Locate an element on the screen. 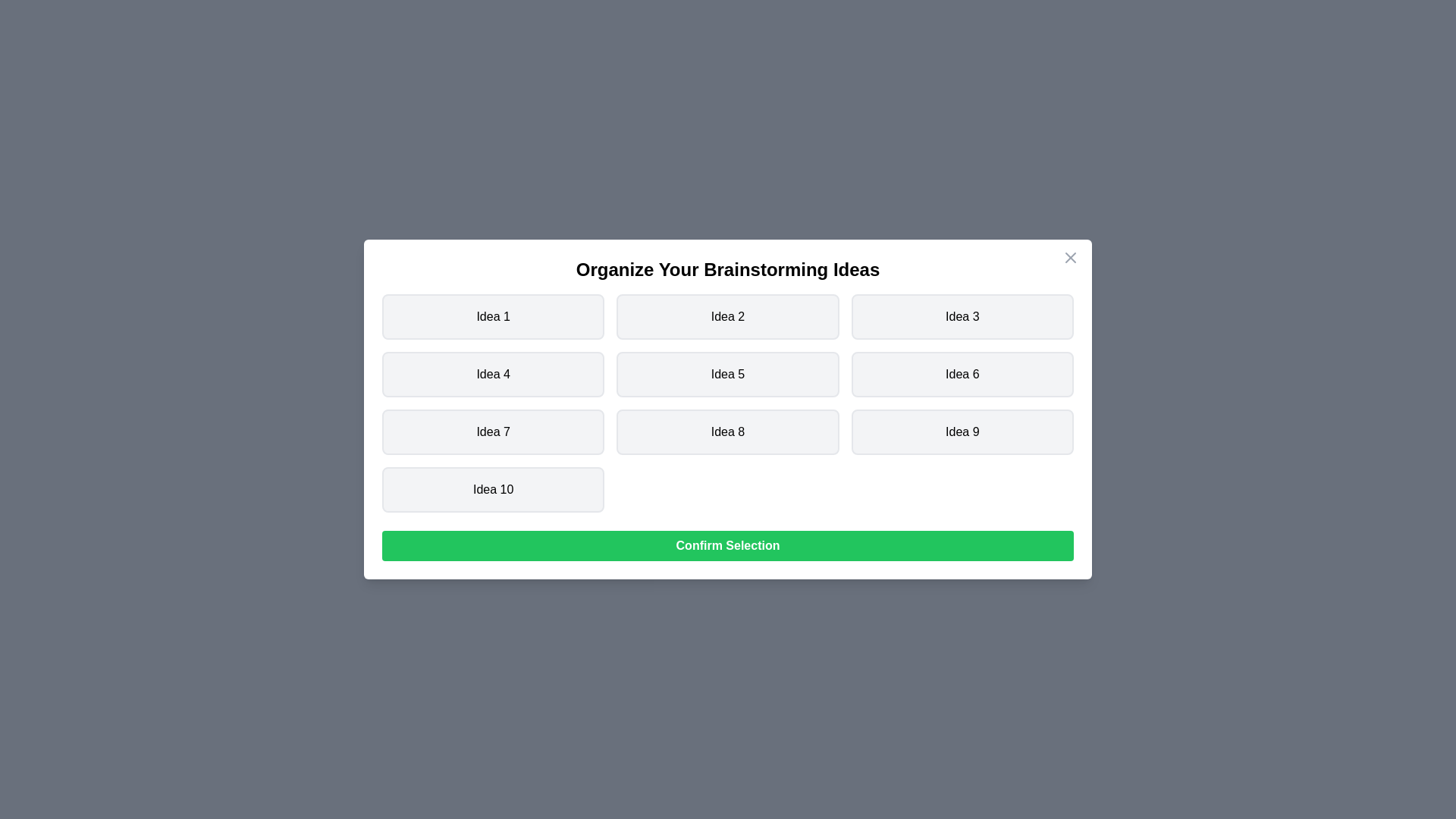  the green 'Confirm Selection' button is located at coordinates (728, 546).